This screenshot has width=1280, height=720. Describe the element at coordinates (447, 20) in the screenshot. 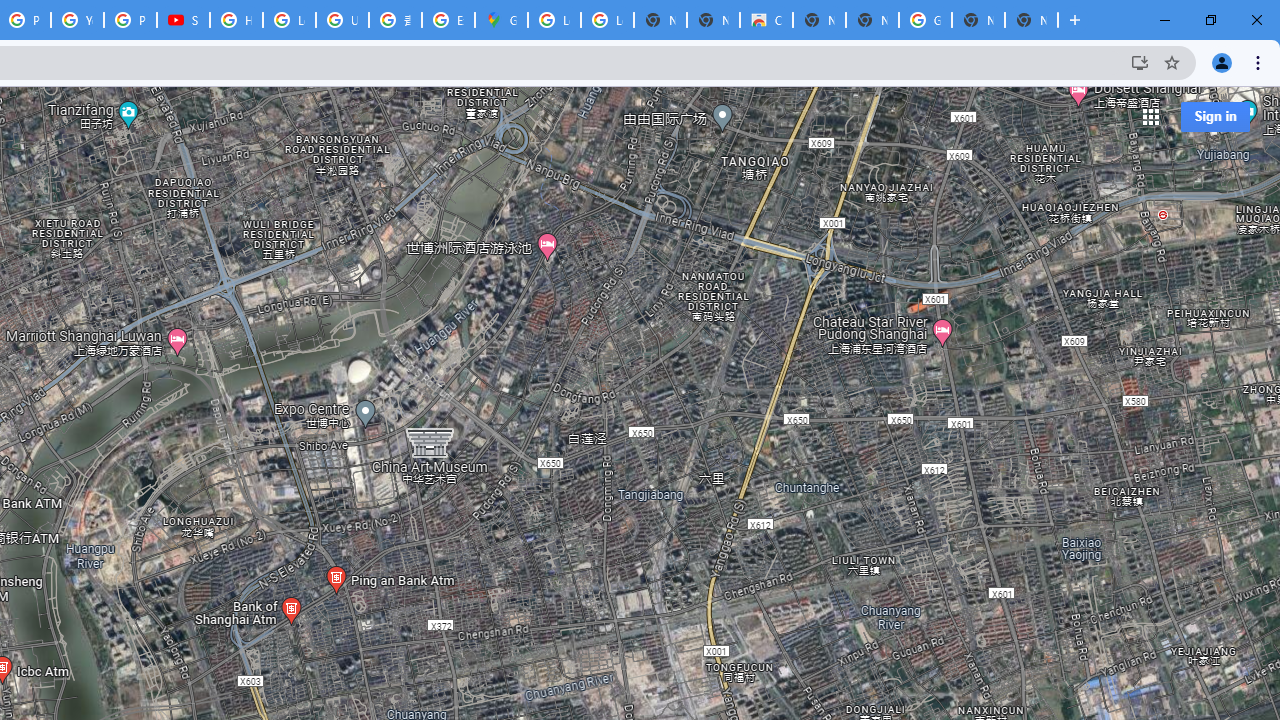

I see `'Explore new street-level details - Google Maps Help'` at that location.